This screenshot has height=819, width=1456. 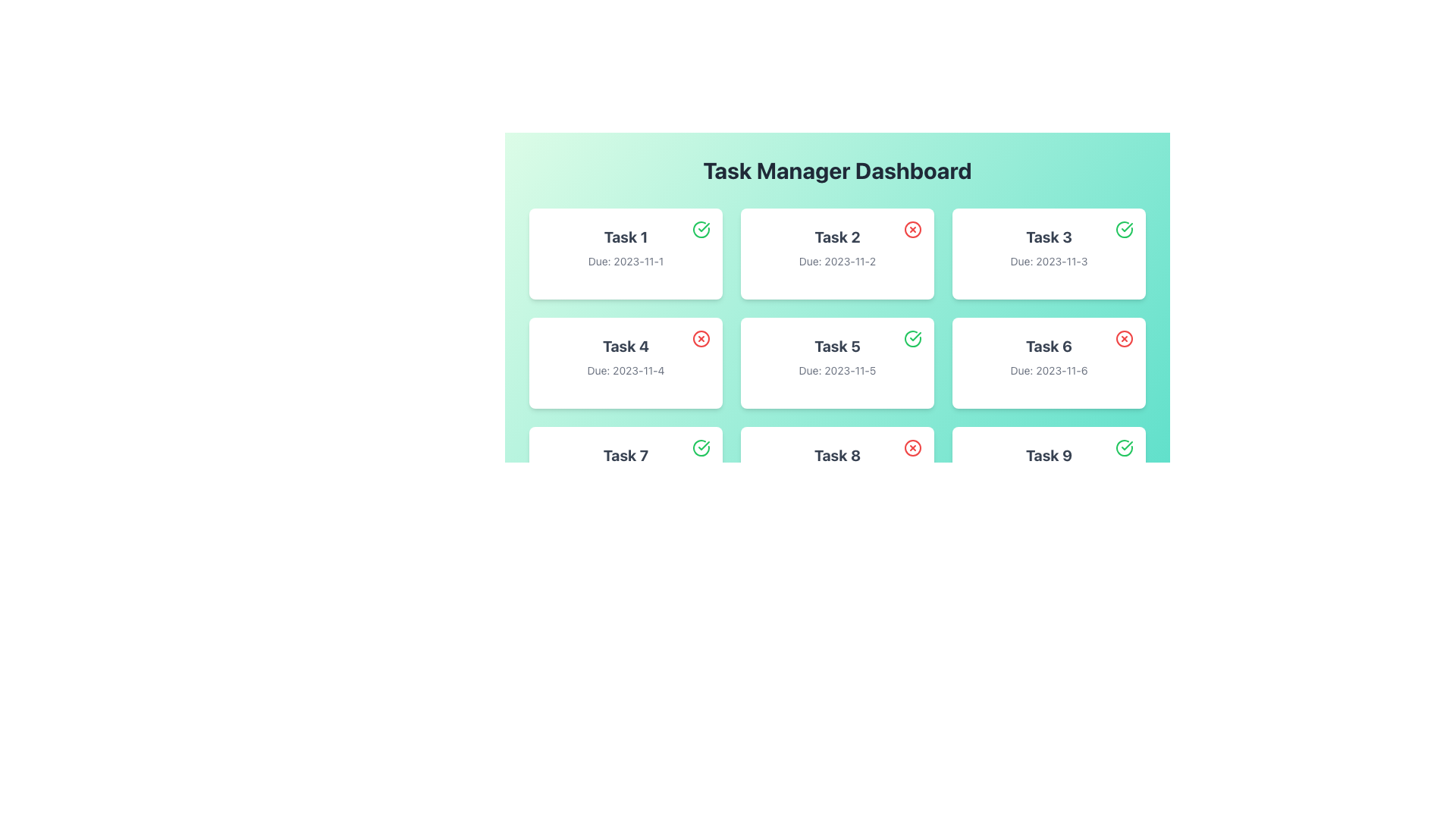 What do you see at coordinates (701, 338) in the screenshot?
I see `the red outlined circular SVG shape within the checkmark icon on the 'Task 4' card located at the top-right corner of the dashboard` at bounding box center [701, 338].